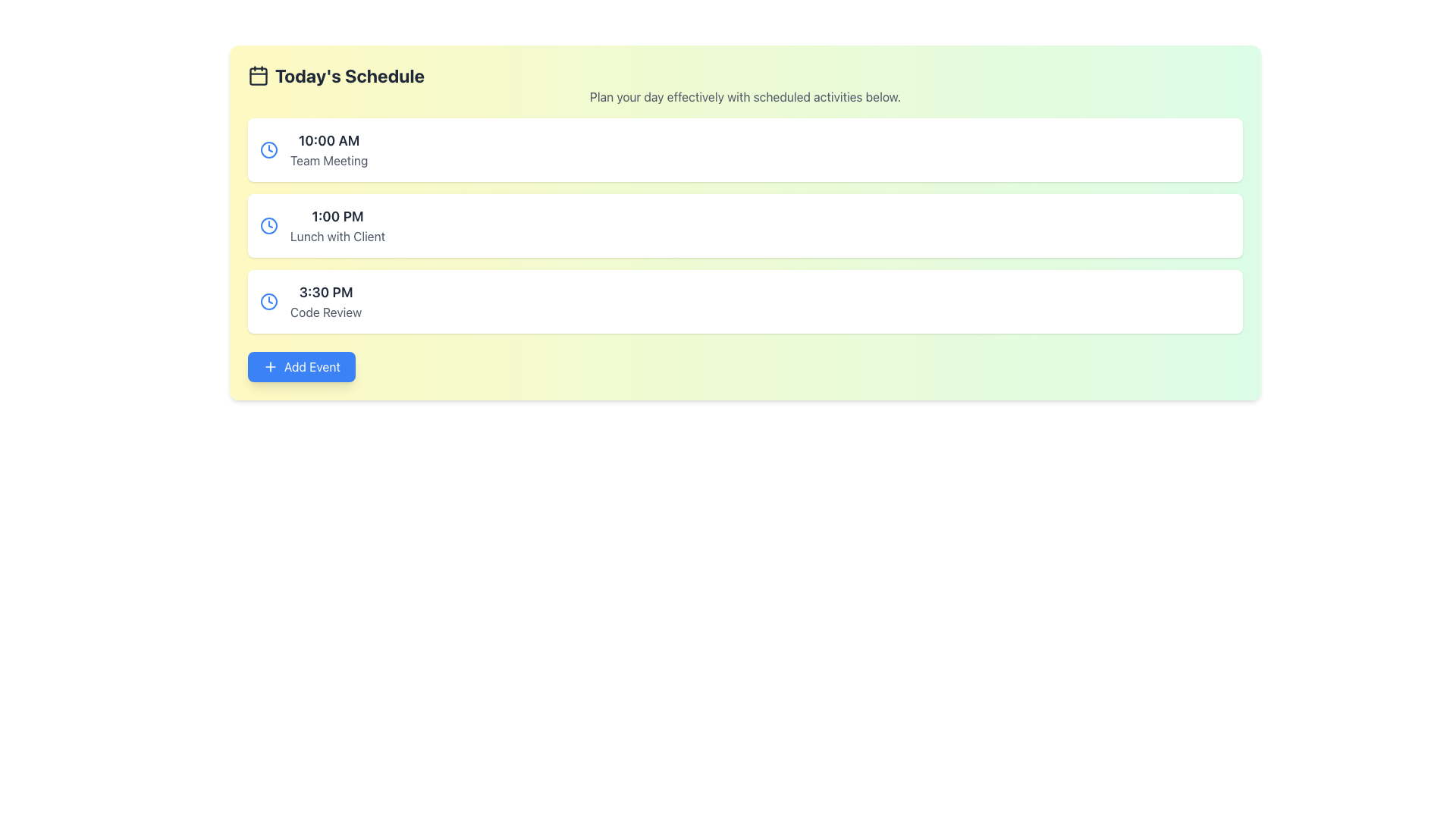 This screenshot has height=819, width=1456. Describe the element at coordinates (328, 140) in the screenshot. I see `details of the Text Display element showing '10:00 AM', which is part of the event display layout above 'Team Meeting'` at that location.